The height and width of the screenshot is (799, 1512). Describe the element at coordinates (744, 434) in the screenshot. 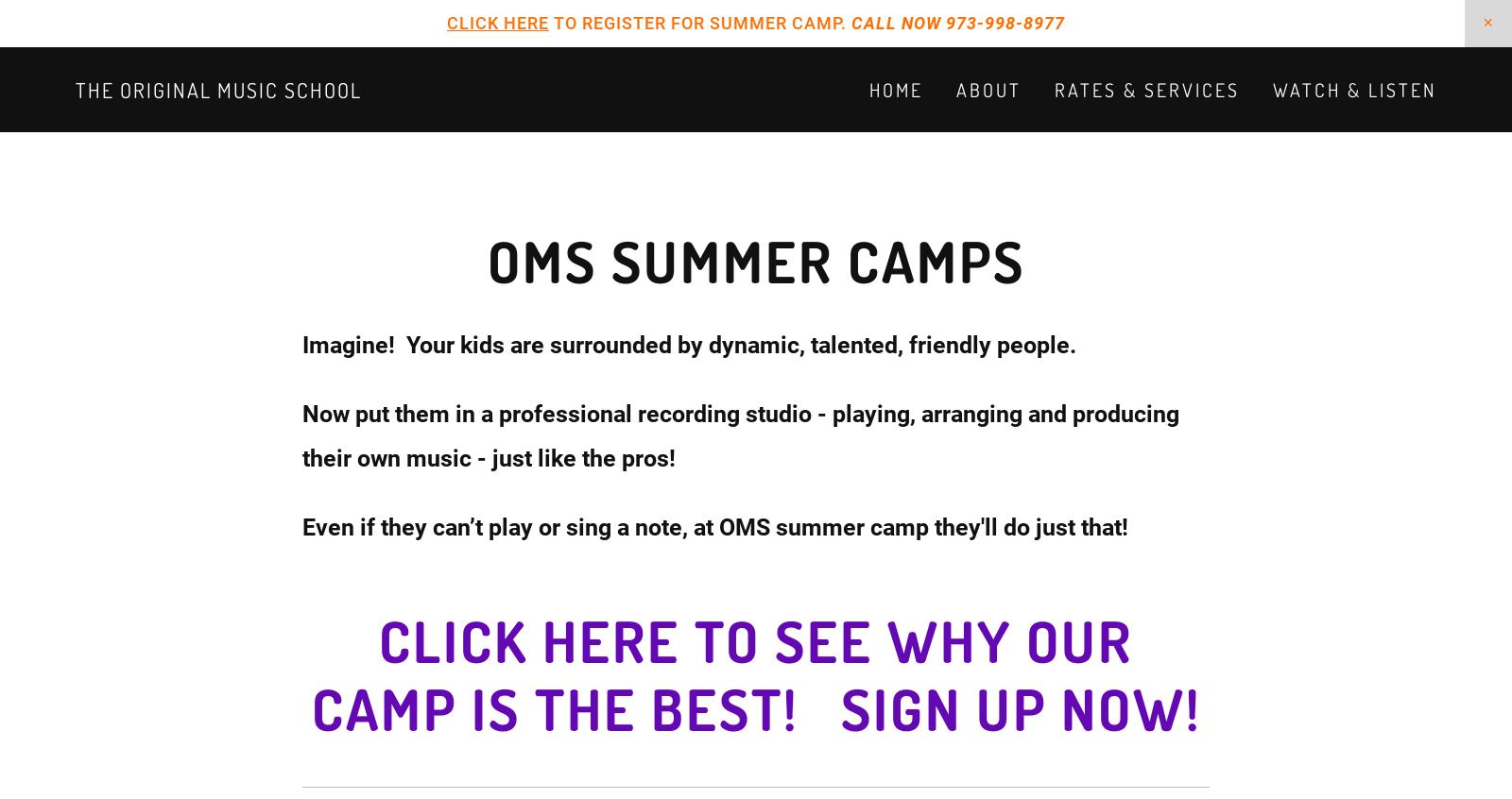

I see `'Now put them in a professional recording studio - playing, arranging and producing their own music - just like the pros!'` at that location.